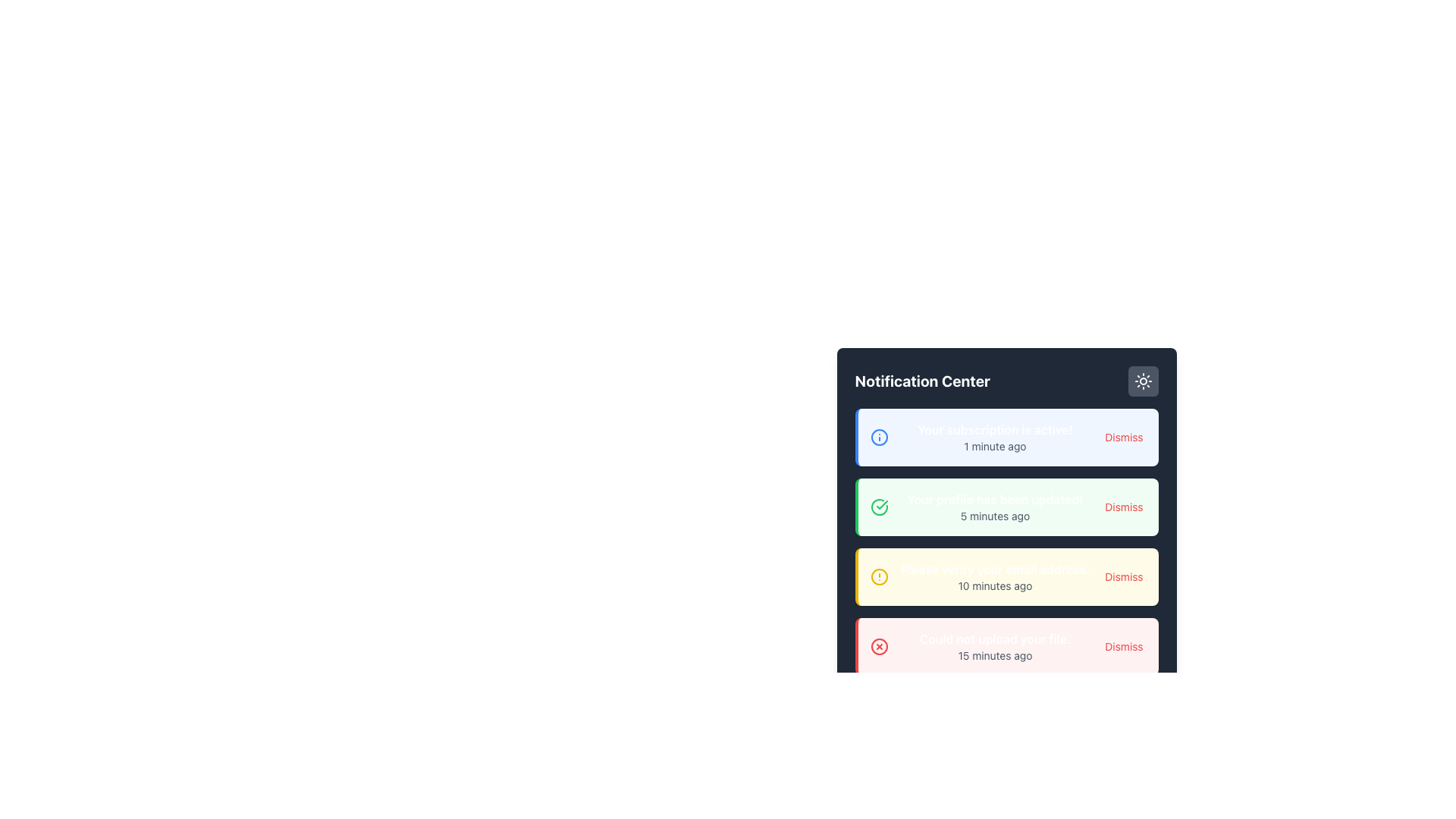 This screenshot has height=819, width=1456. What do you see at coordinates (1143, 380) in the screenshot?
I see `the toggle button located in the upper-right corner of the 'Notification Center' to switch between light and dark modes` at bounding box center [1143, 380].